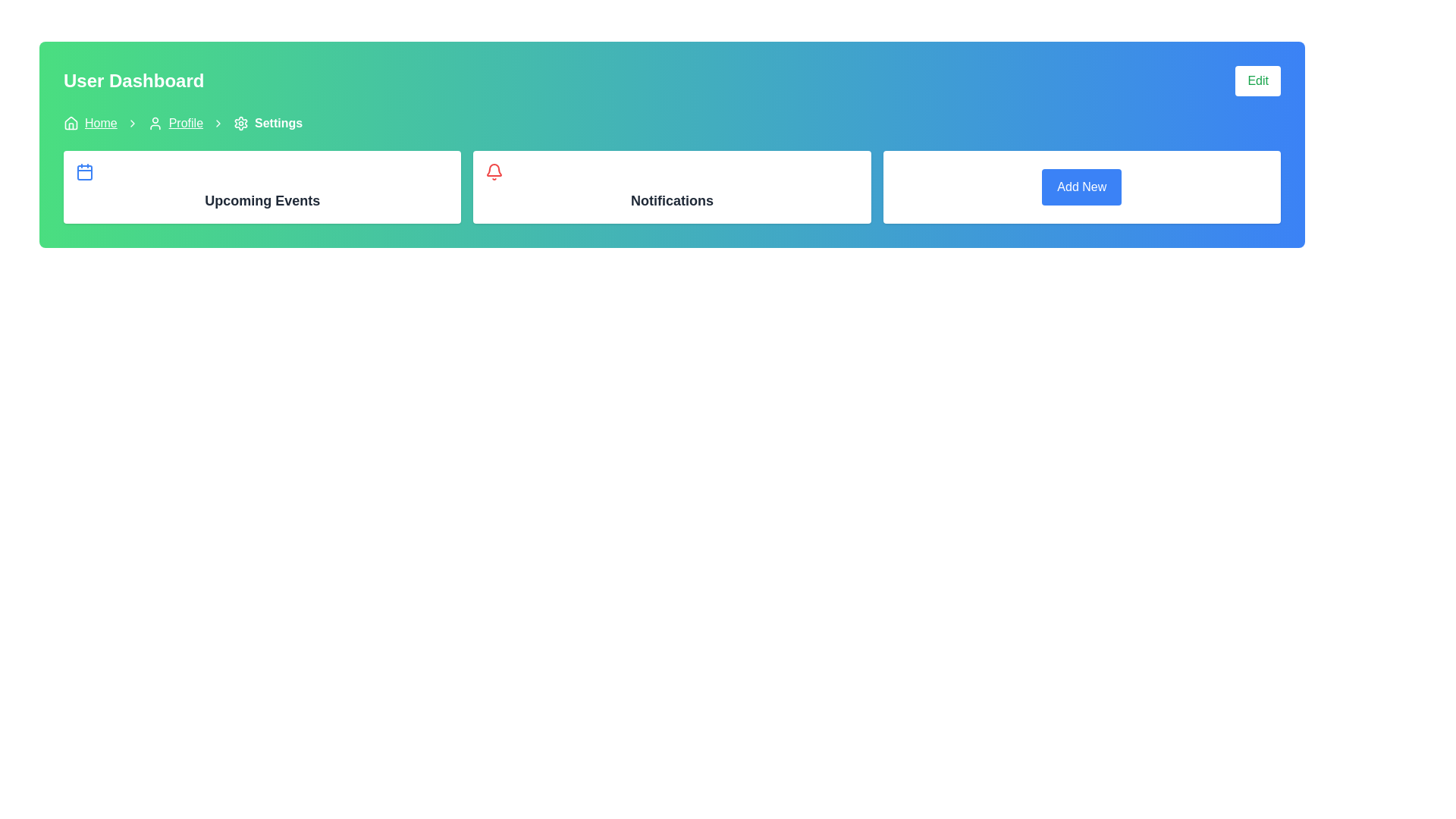 The height and width of the screenshot is (819, 1456). I want to click on the hyperlink in the breadcrumb navigation section, so click(100, 122).